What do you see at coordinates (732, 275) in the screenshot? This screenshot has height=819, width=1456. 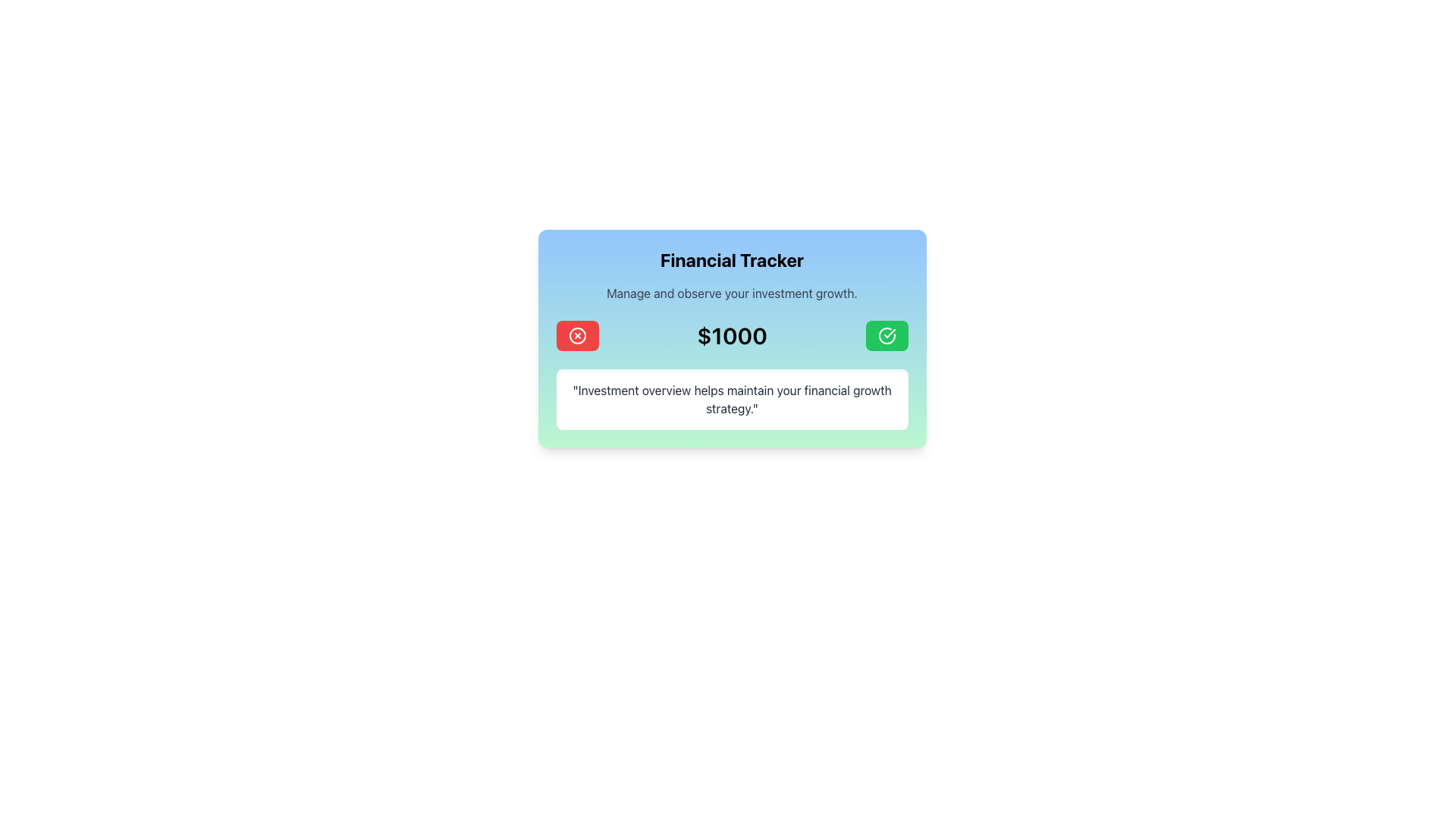 I see `the central text block titled 'Financial Tracker'` at bounding box center [732, 275].